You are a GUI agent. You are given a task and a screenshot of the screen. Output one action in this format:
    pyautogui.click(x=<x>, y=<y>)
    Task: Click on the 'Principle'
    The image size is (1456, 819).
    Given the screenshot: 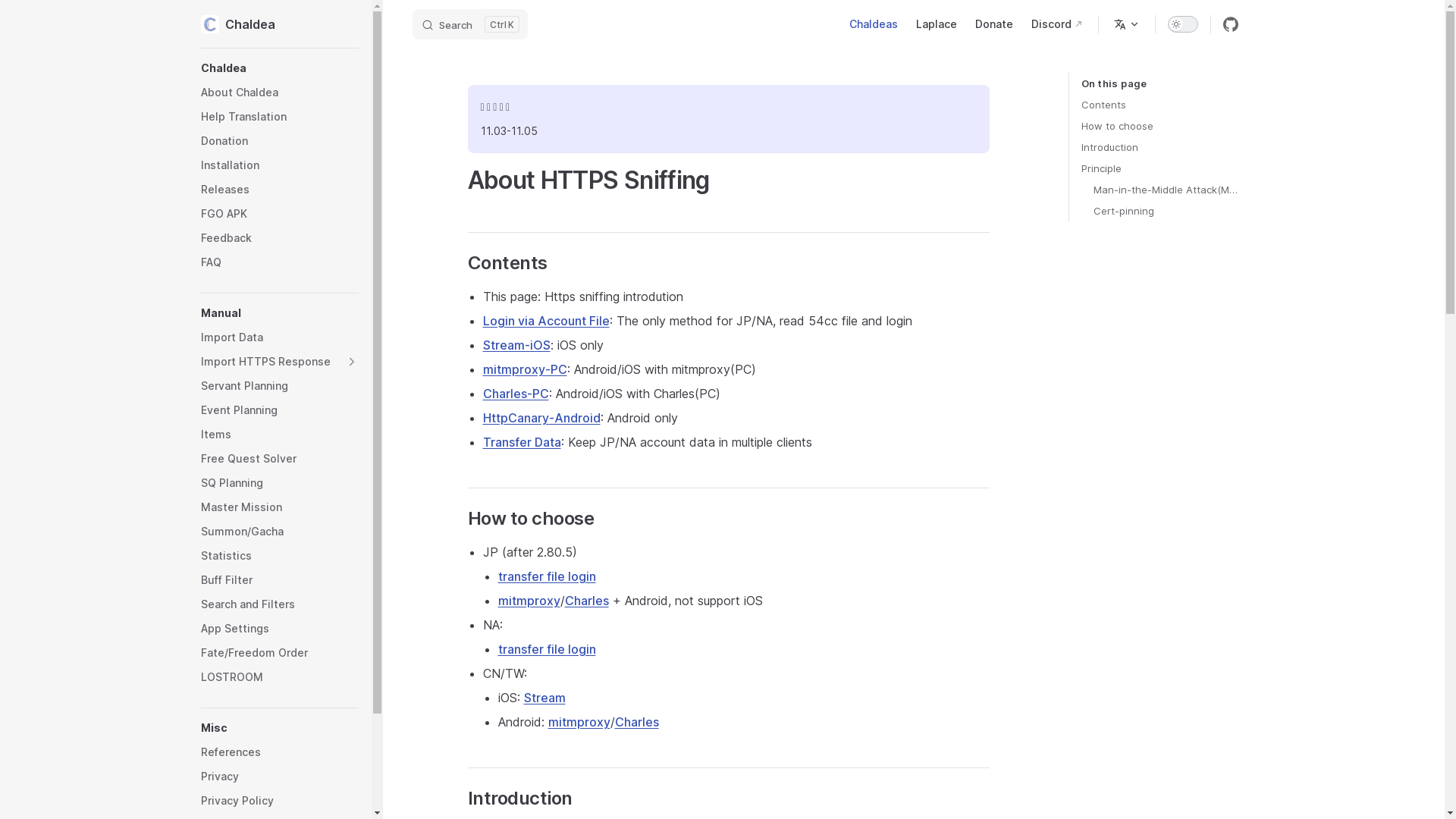 What is the action you would take?
    pyautogui.click(x=1159, y=168)
    